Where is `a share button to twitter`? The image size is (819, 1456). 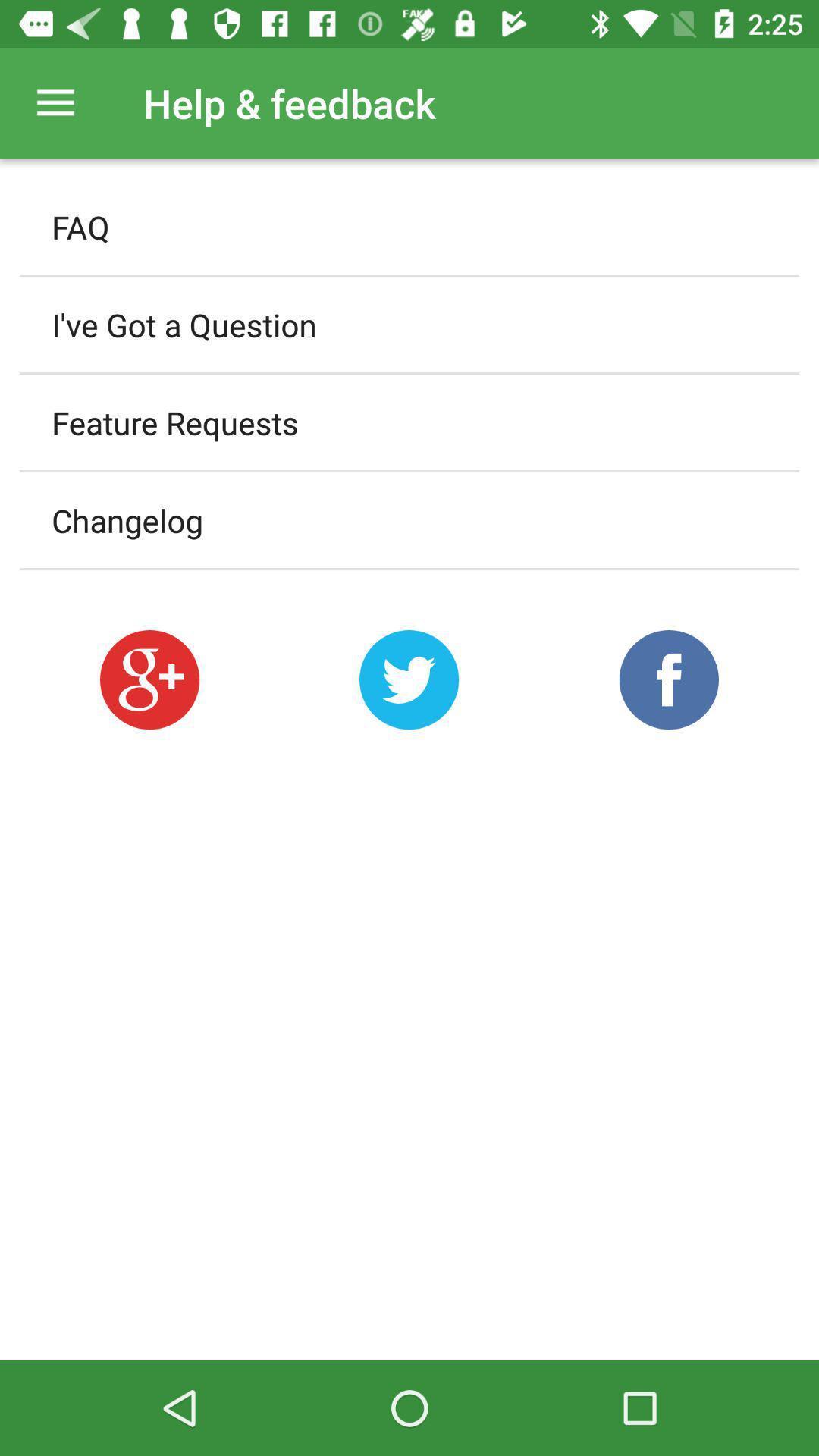 a share button to twitter is located at coordinates (408, 679).